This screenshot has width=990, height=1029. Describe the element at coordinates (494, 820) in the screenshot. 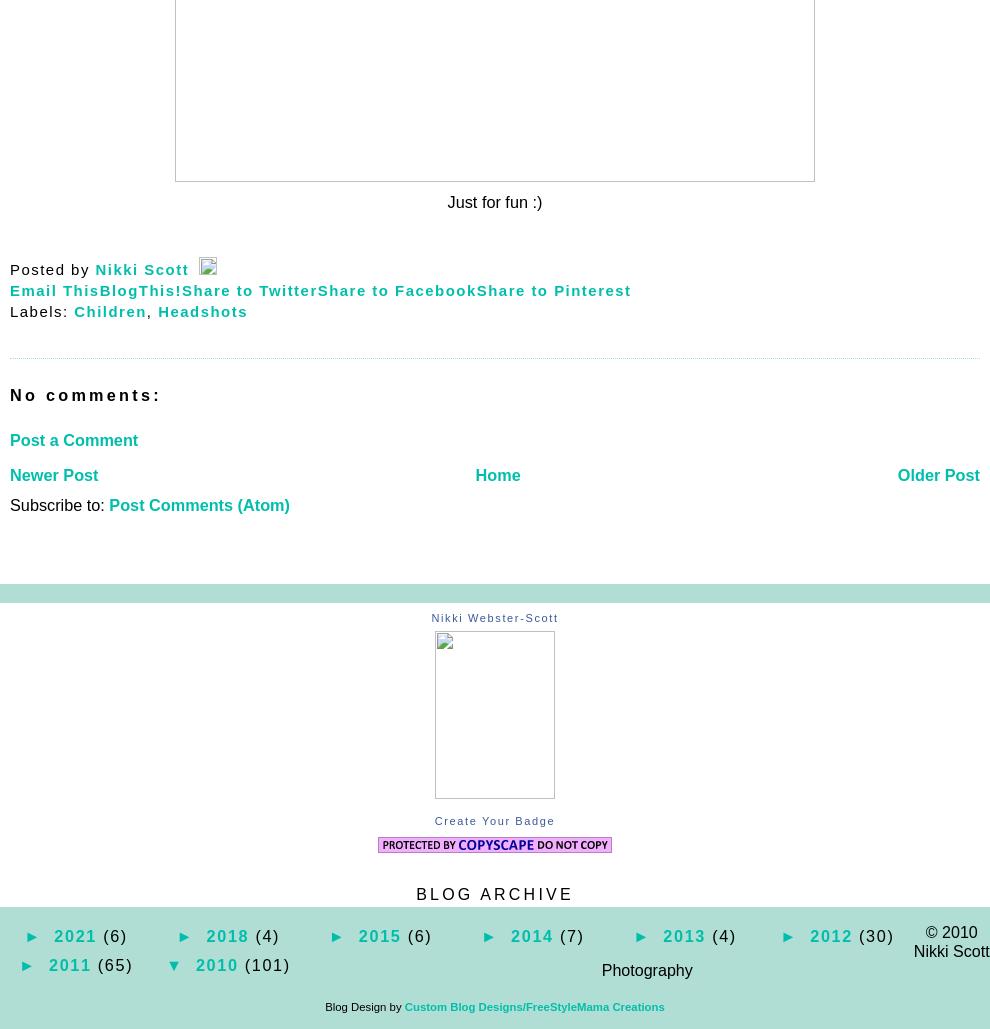

I see `'Create Your Badge'` at that location.